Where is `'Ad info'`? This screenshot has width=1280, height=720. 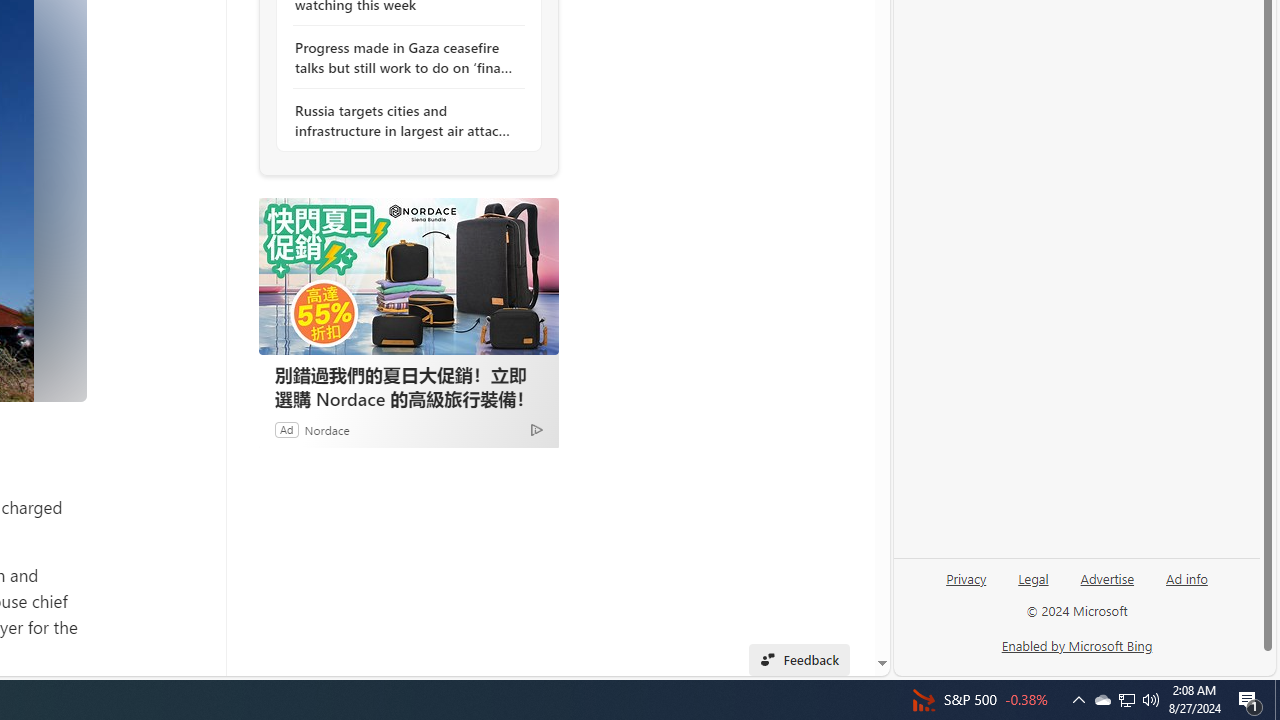
'Ad info' is located at coordinates (1186, 585).